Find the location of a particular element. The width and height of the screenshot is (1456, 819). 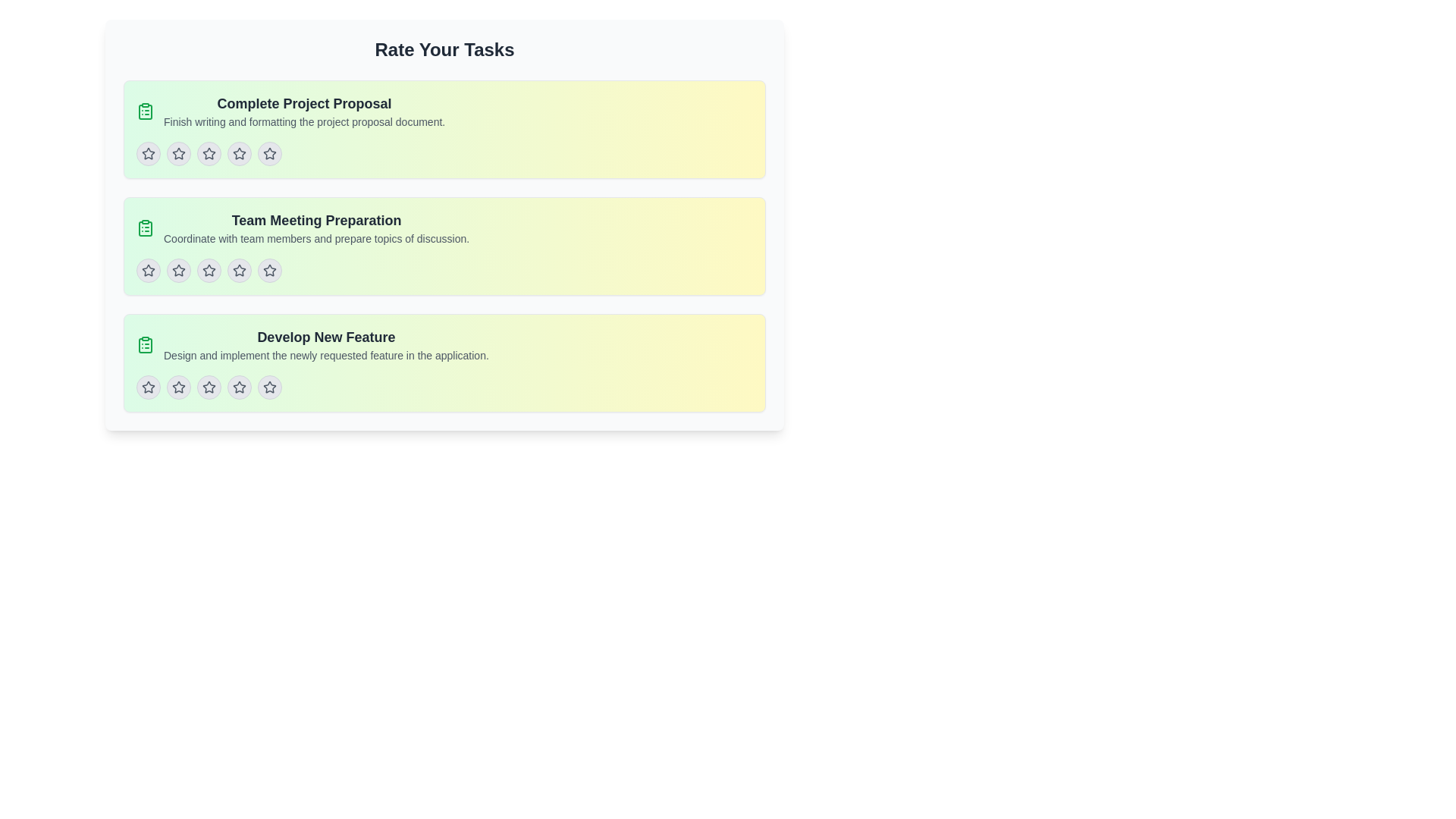

the task section titled 'Team Meeting Preparation' for additional details or actions related to the task is located at coordinates (444, 227).